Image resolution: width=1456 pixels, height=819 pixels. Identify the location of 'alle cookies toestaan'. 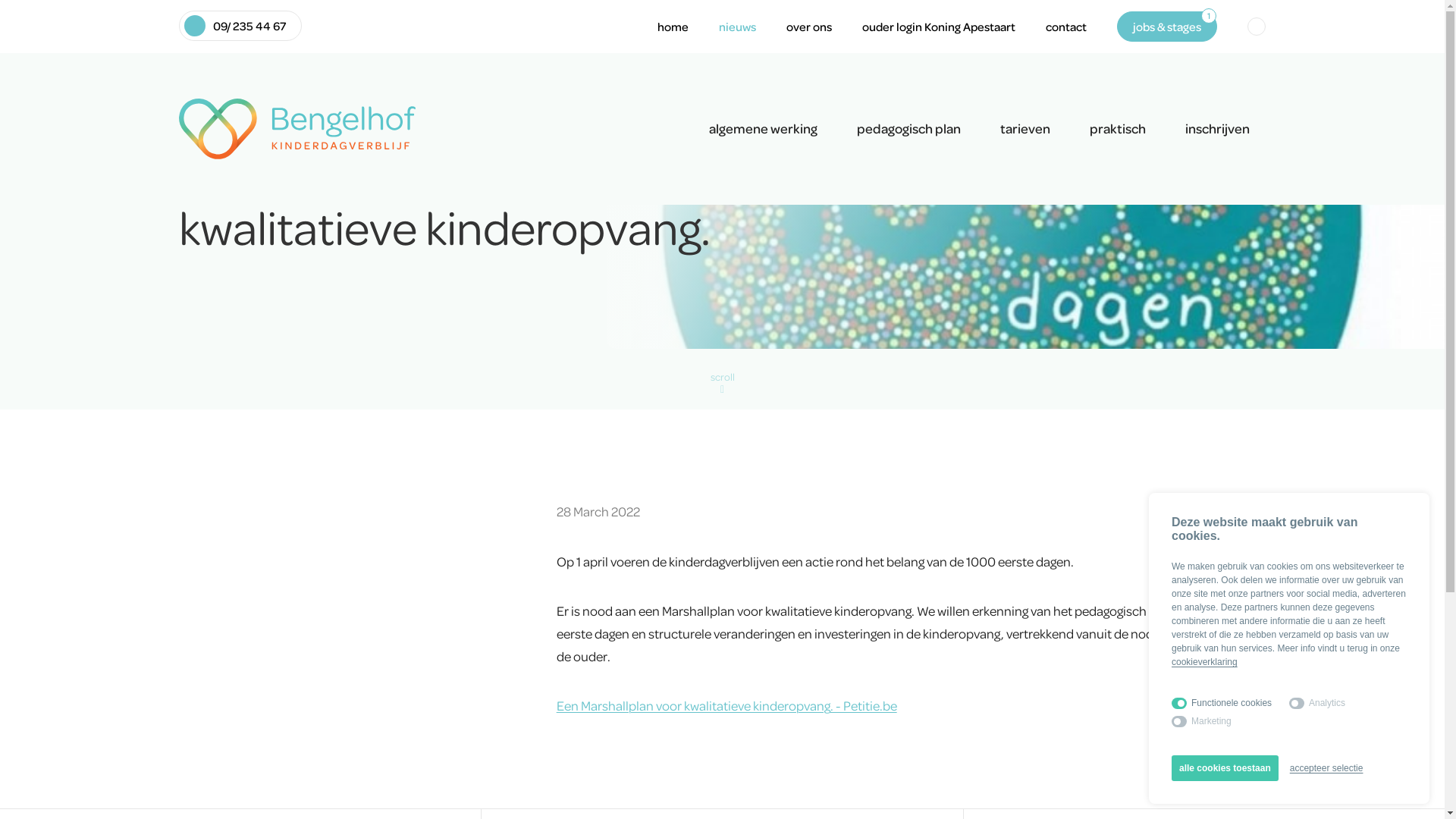
(1225, 768).